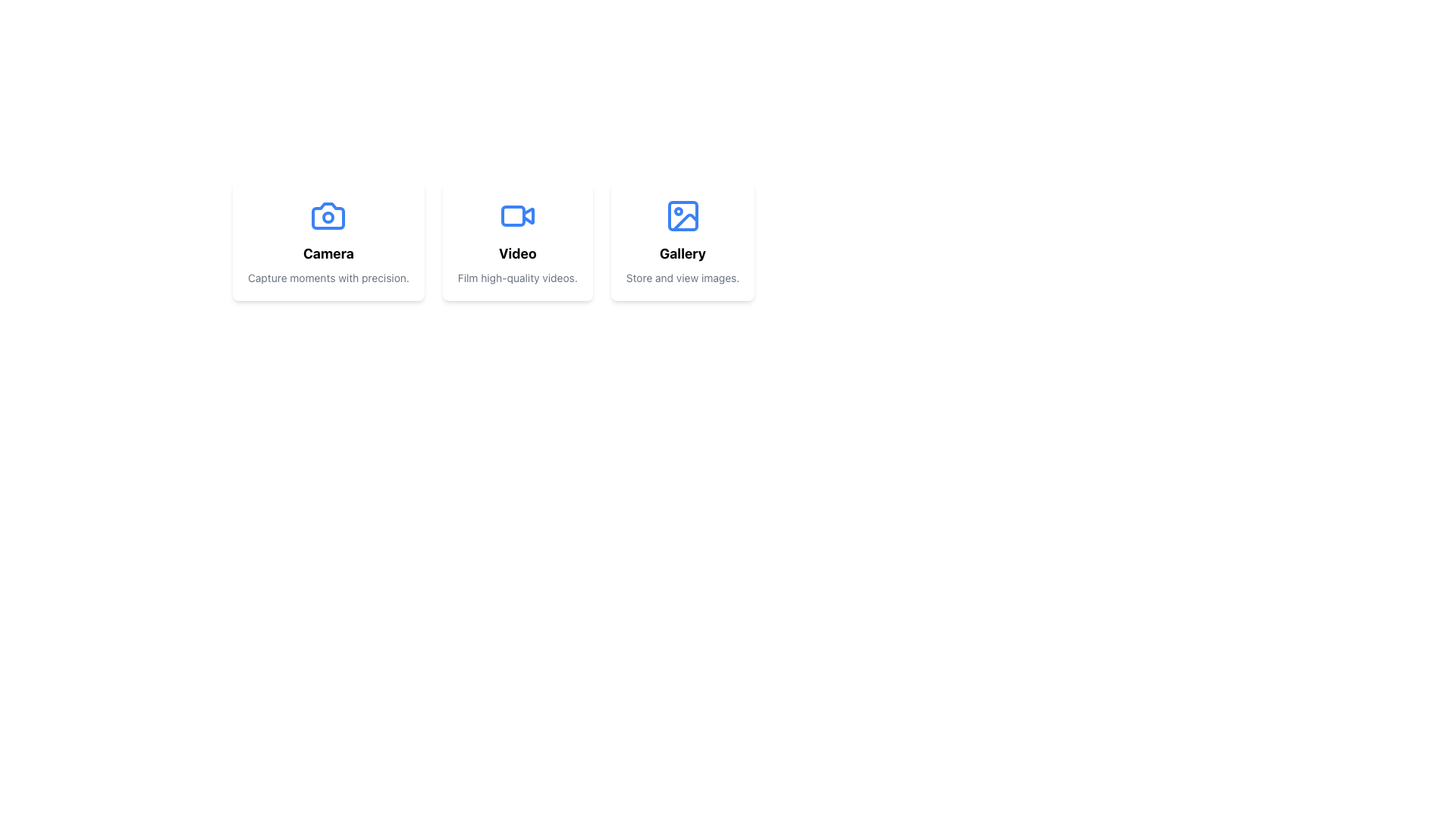  Describe the element at coordinates (684, 222) in the screenshot. I see `the decorative vector graphic representing part of the gallery icon located in the bottom-right area of the third card from the left in a horizontal row` at that location.